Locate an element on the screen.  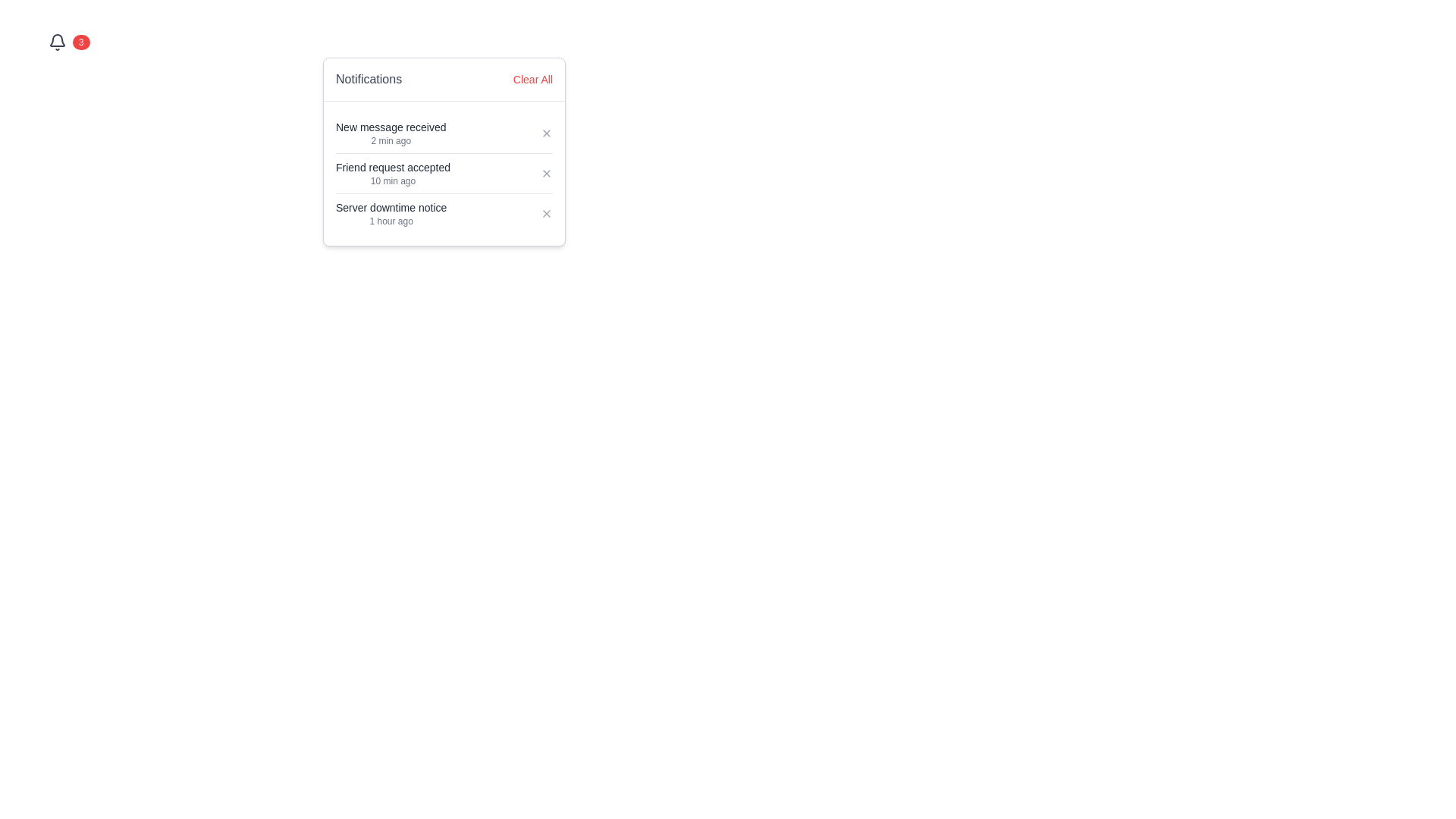
the 'Clear All' button is located at coordinates (532, 79).